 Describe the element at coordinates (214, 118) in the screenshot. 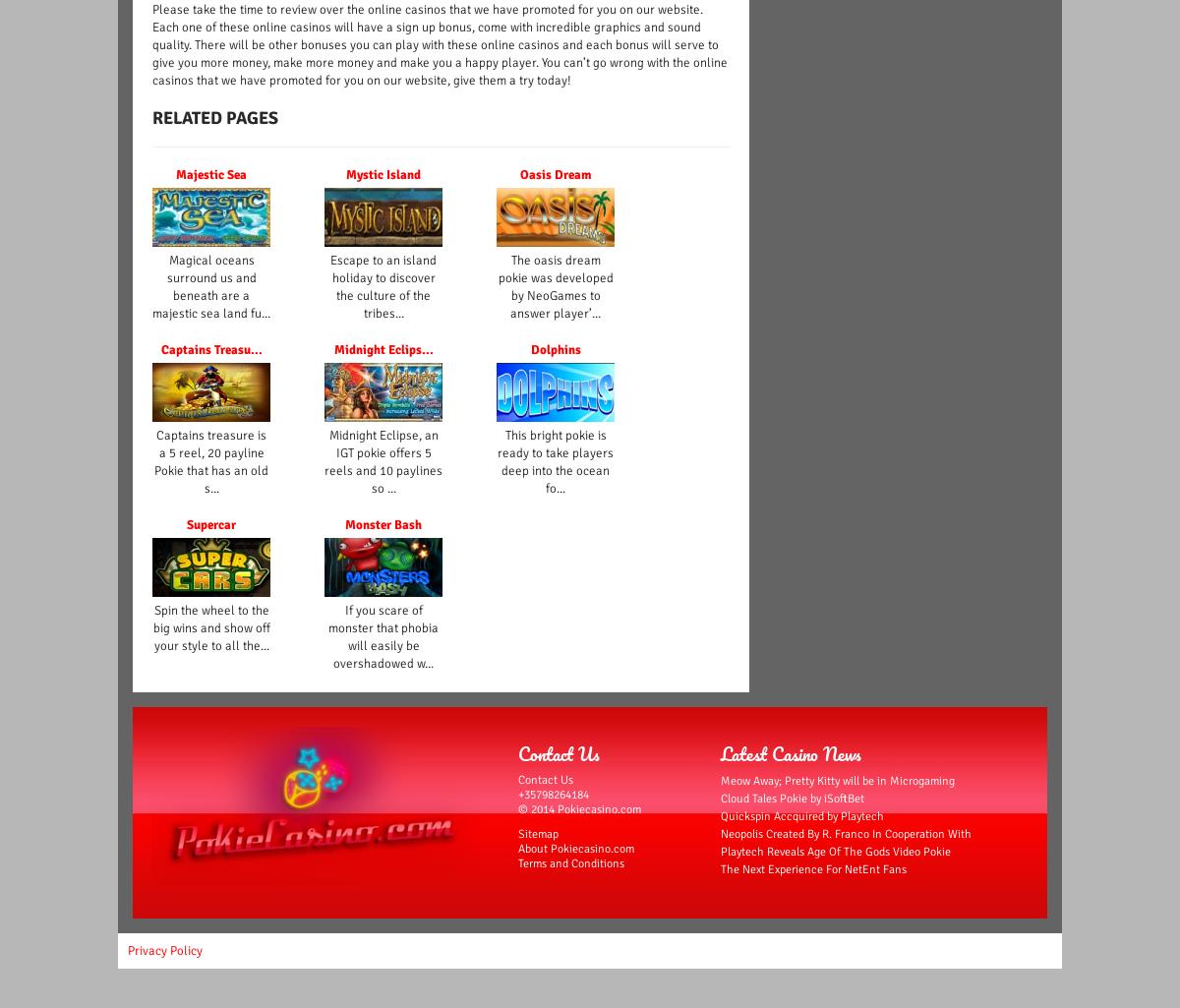

I see `'Related pages'` at that location.